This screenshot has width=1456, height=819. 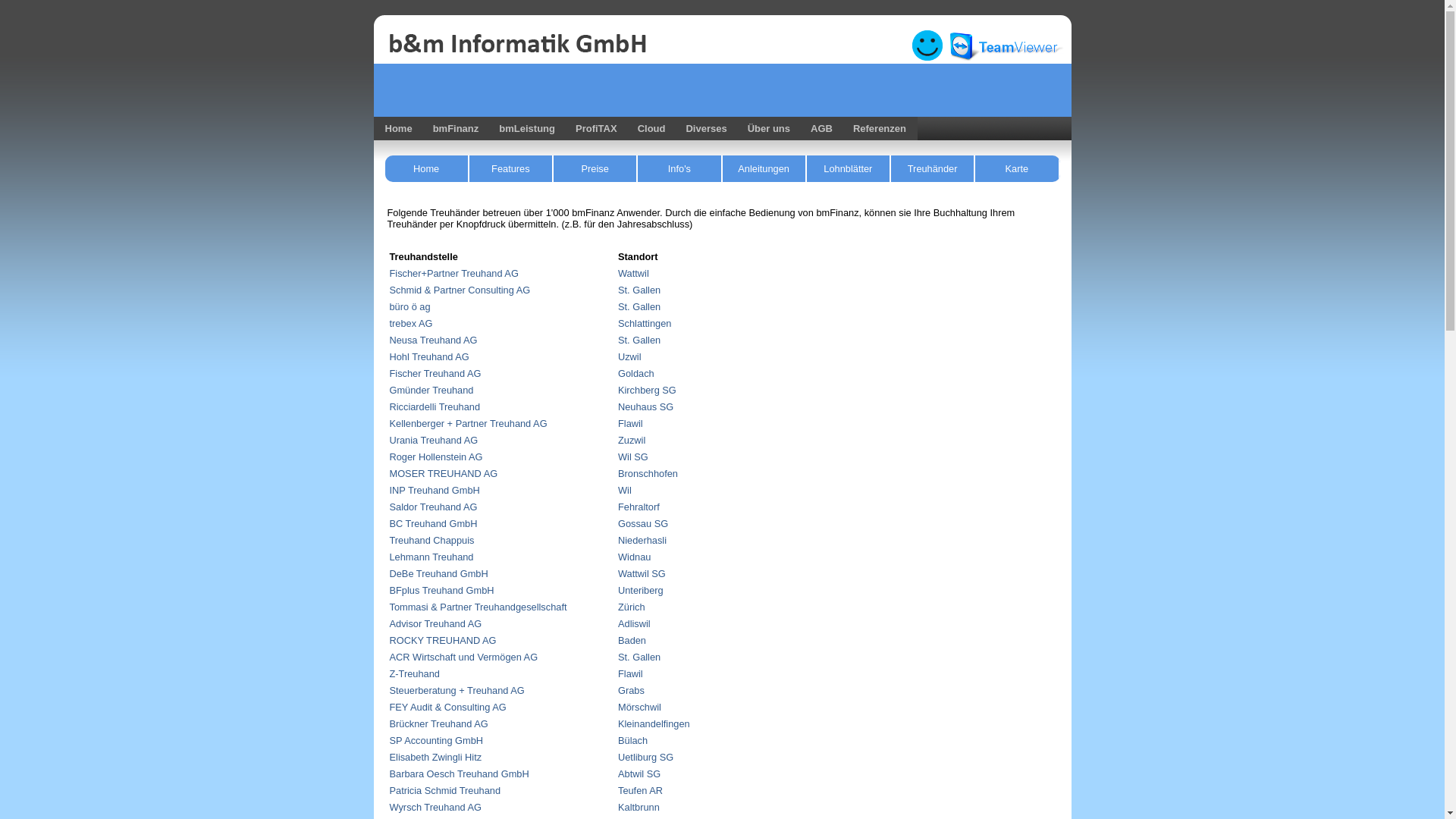 What do you see at coordinates (422, 127) in the screenshot?
I see `'bmFinanz'` at bounding box center [422, 127].